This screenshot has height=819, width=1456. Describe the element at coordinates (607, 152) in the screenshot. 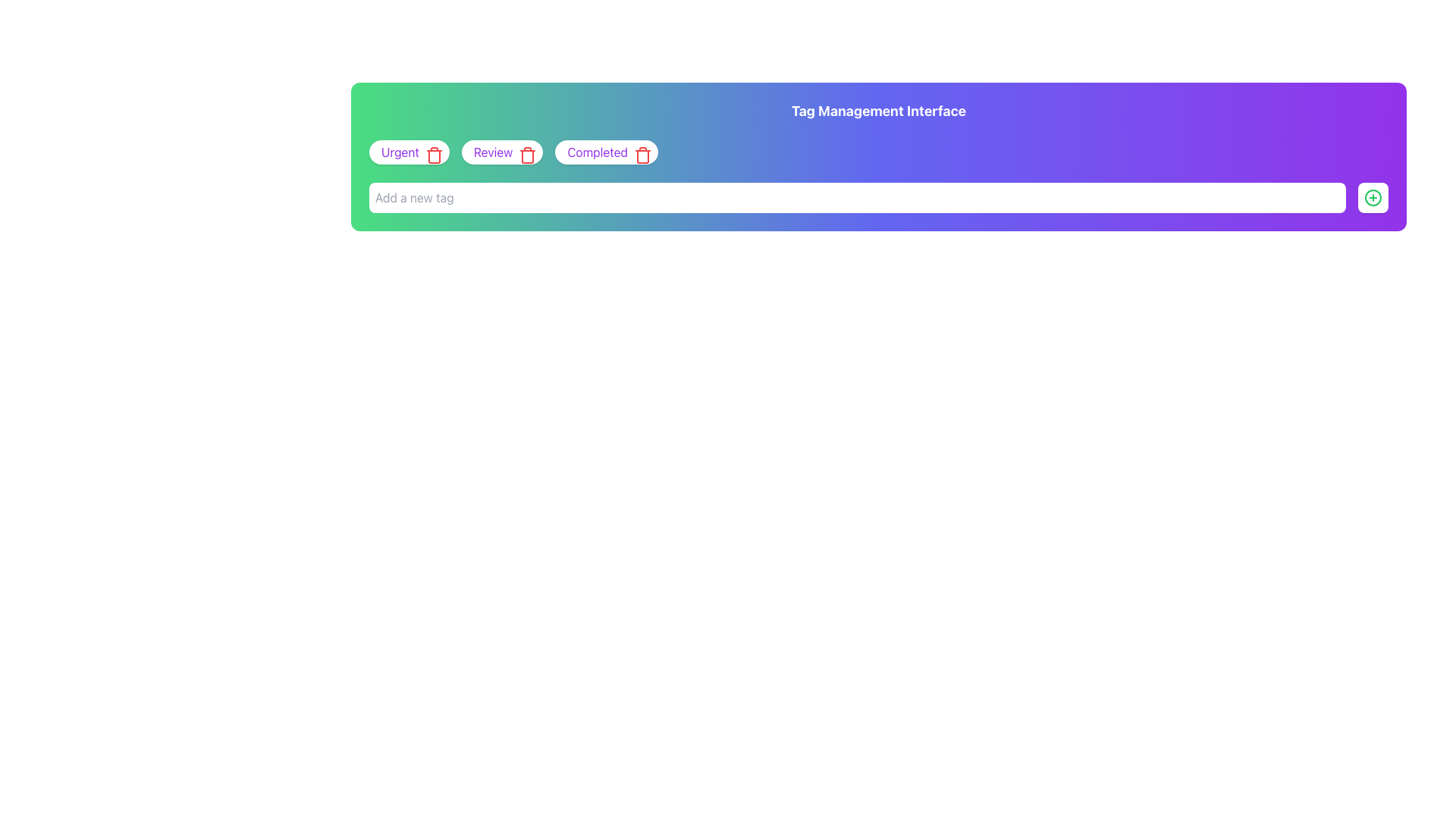

I see `the 'Completed' button with a trash icon` at that location.